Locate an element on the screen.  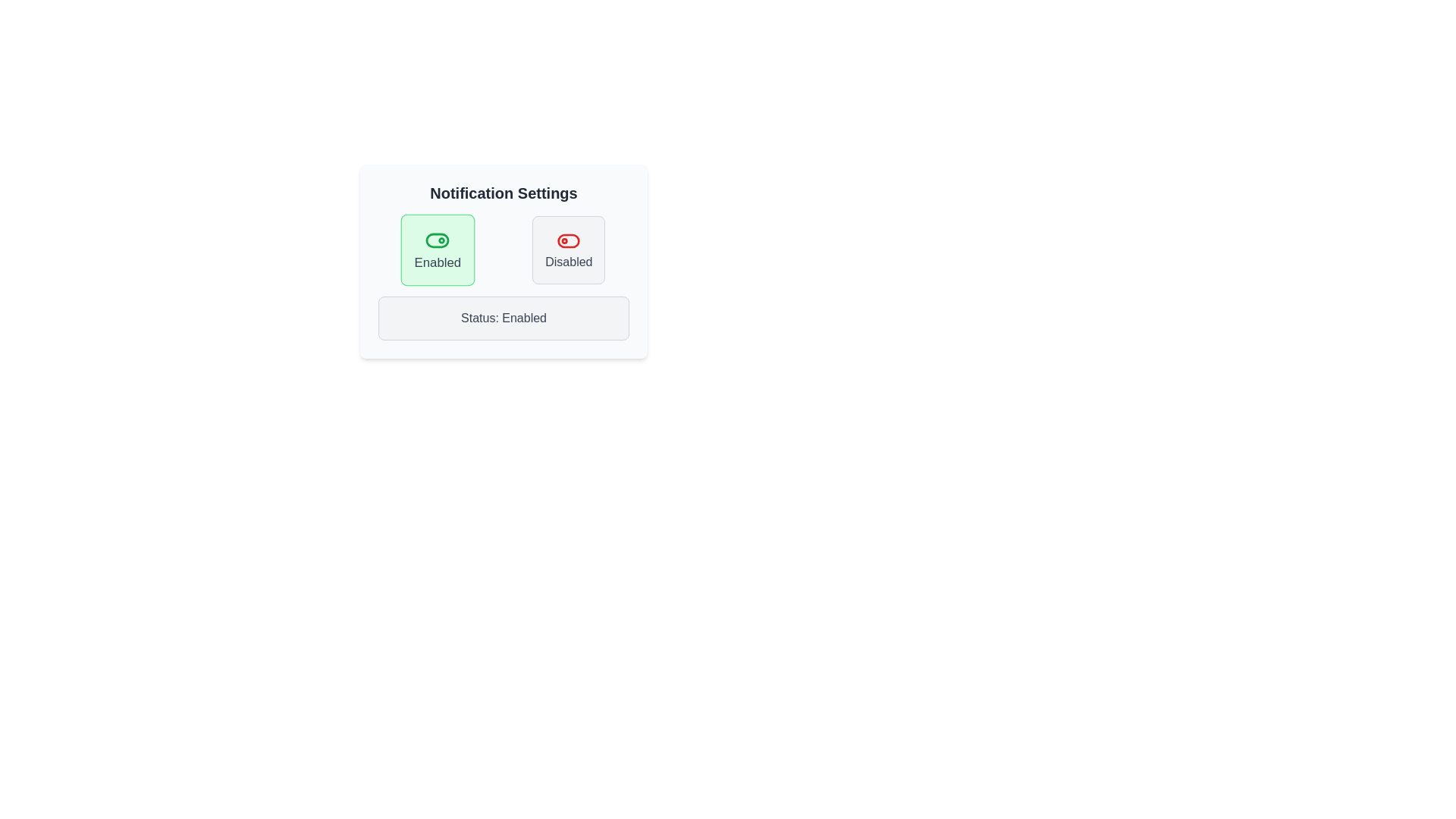
the Decorative background of the 'Enabled' toggle button, which visually represents the background or frame of the toggle switch is located at coordinates (436, 240).